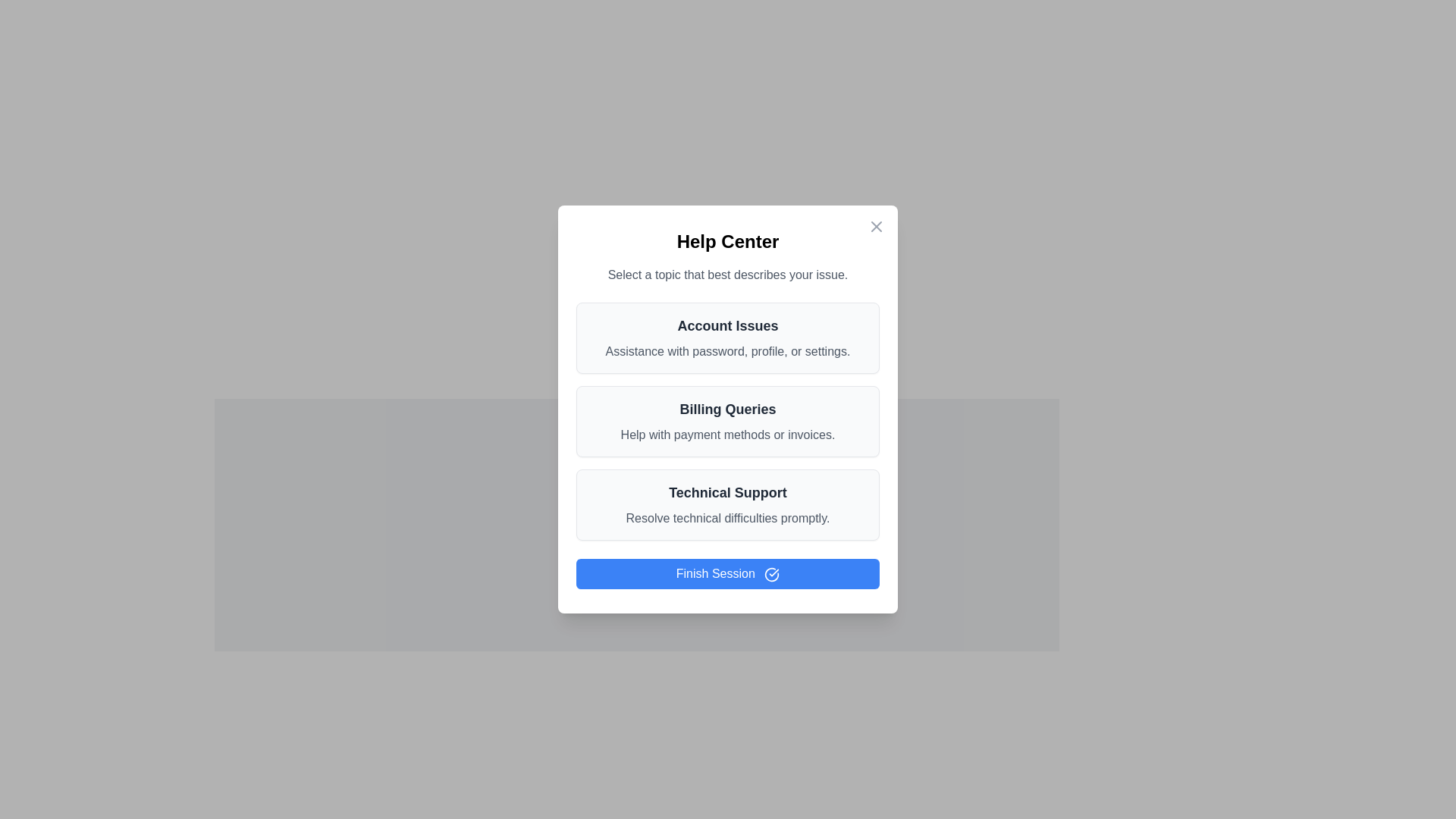 The image size is (1456, 819). Describe the element at coordinates (877, 227) in the screenshot. I see `the close button icon (rounded 'X' symbol) located at the top-right corner of the 'Help Center' modal` at that location.